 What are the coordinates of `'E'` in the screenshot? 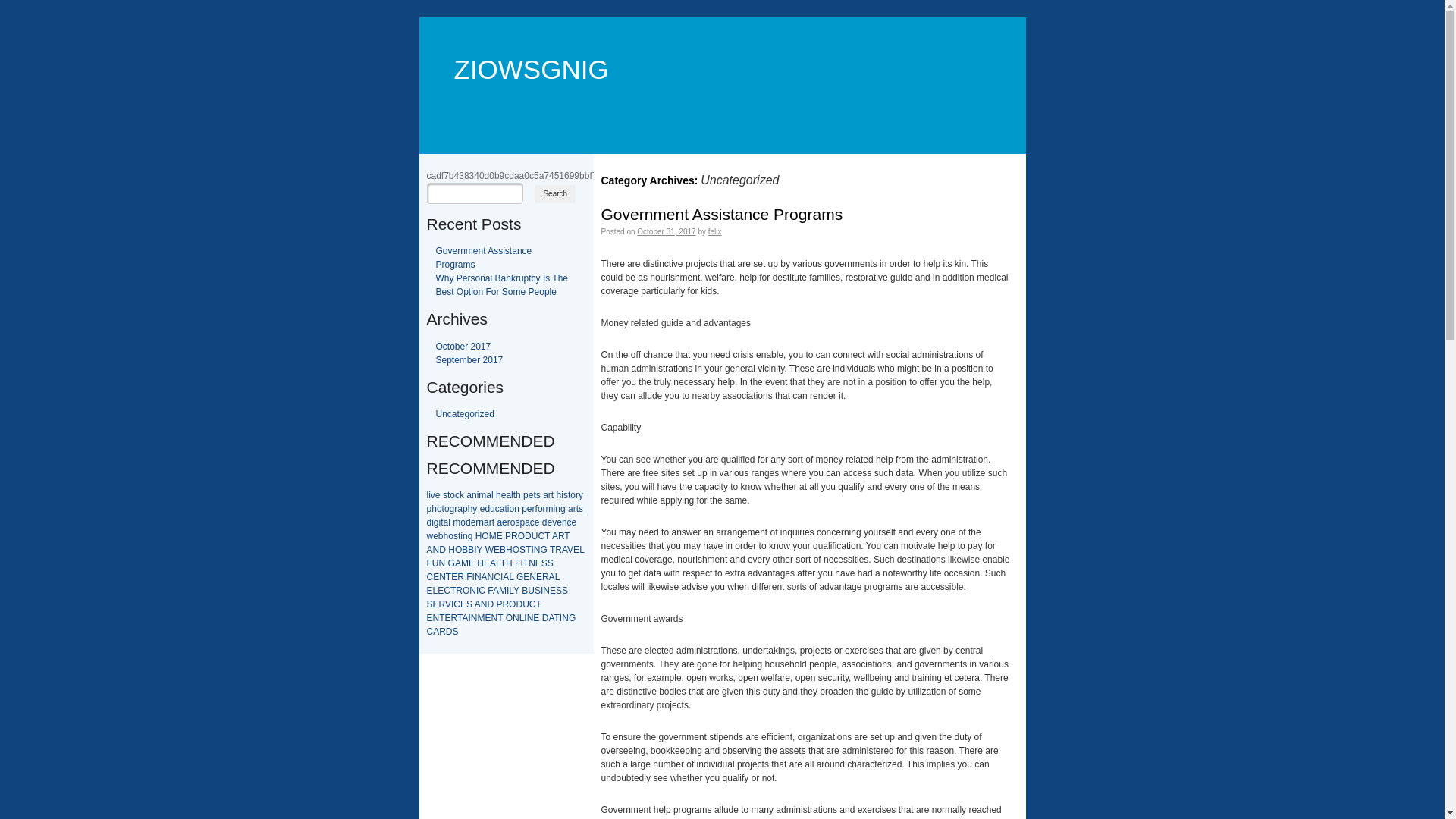 It's located at (439, 590).